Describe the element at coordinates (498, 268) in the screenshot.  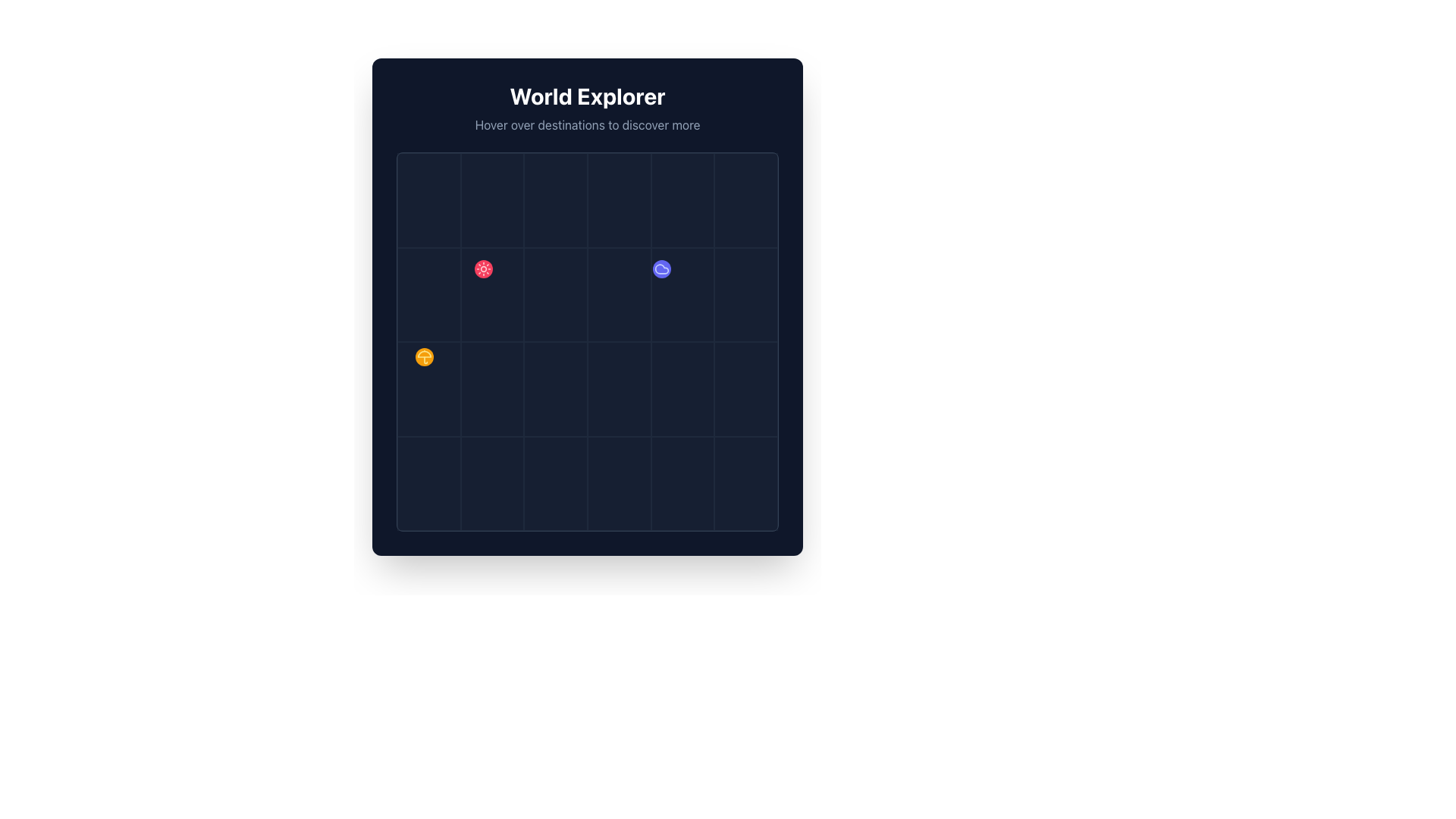
I see `the circular rose-red button with a sun-like icon located in the second column and second row of the grid layout` at that location.